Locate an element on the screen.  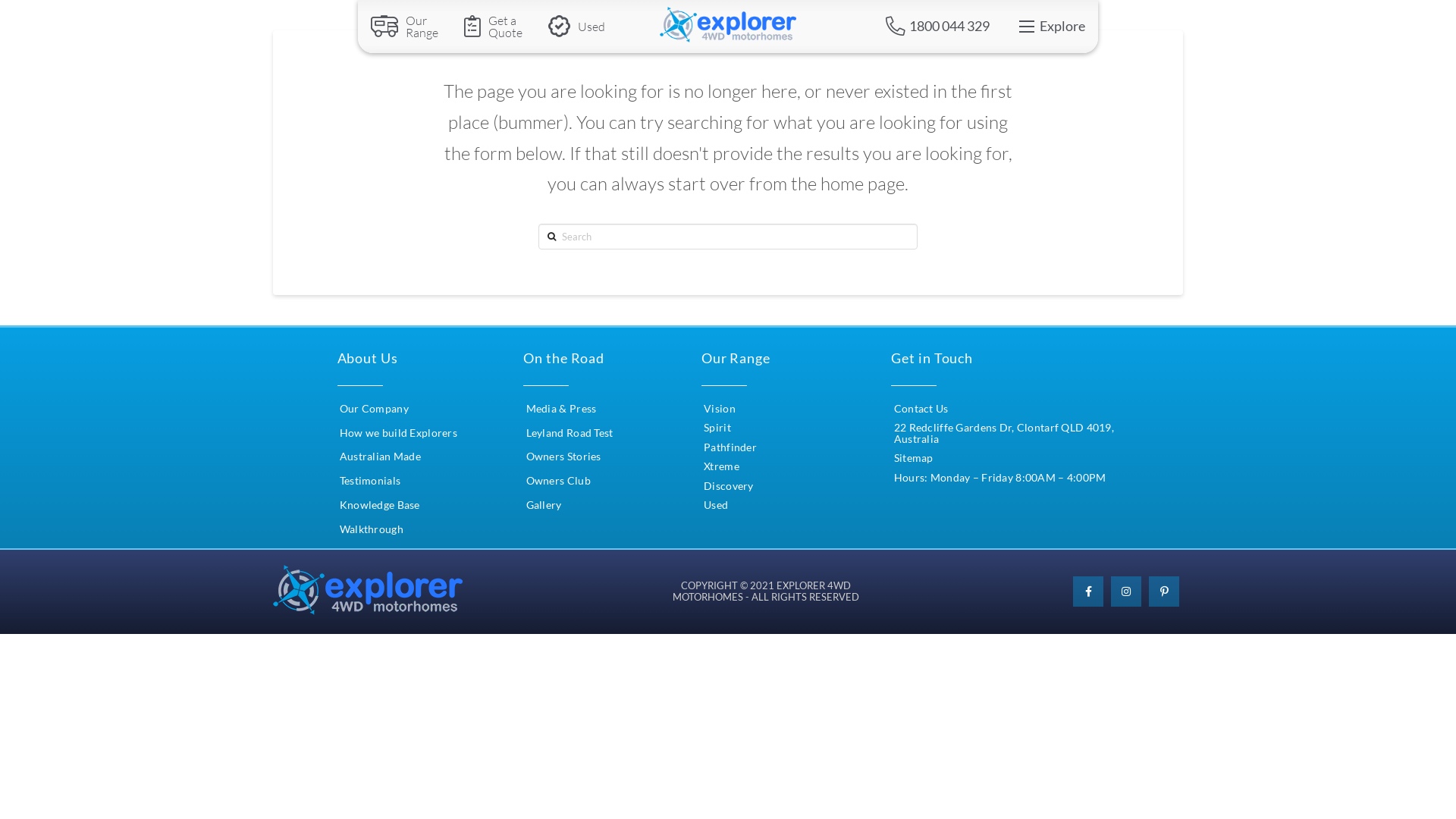
'Gallery' is located at coordinates (526, 505).